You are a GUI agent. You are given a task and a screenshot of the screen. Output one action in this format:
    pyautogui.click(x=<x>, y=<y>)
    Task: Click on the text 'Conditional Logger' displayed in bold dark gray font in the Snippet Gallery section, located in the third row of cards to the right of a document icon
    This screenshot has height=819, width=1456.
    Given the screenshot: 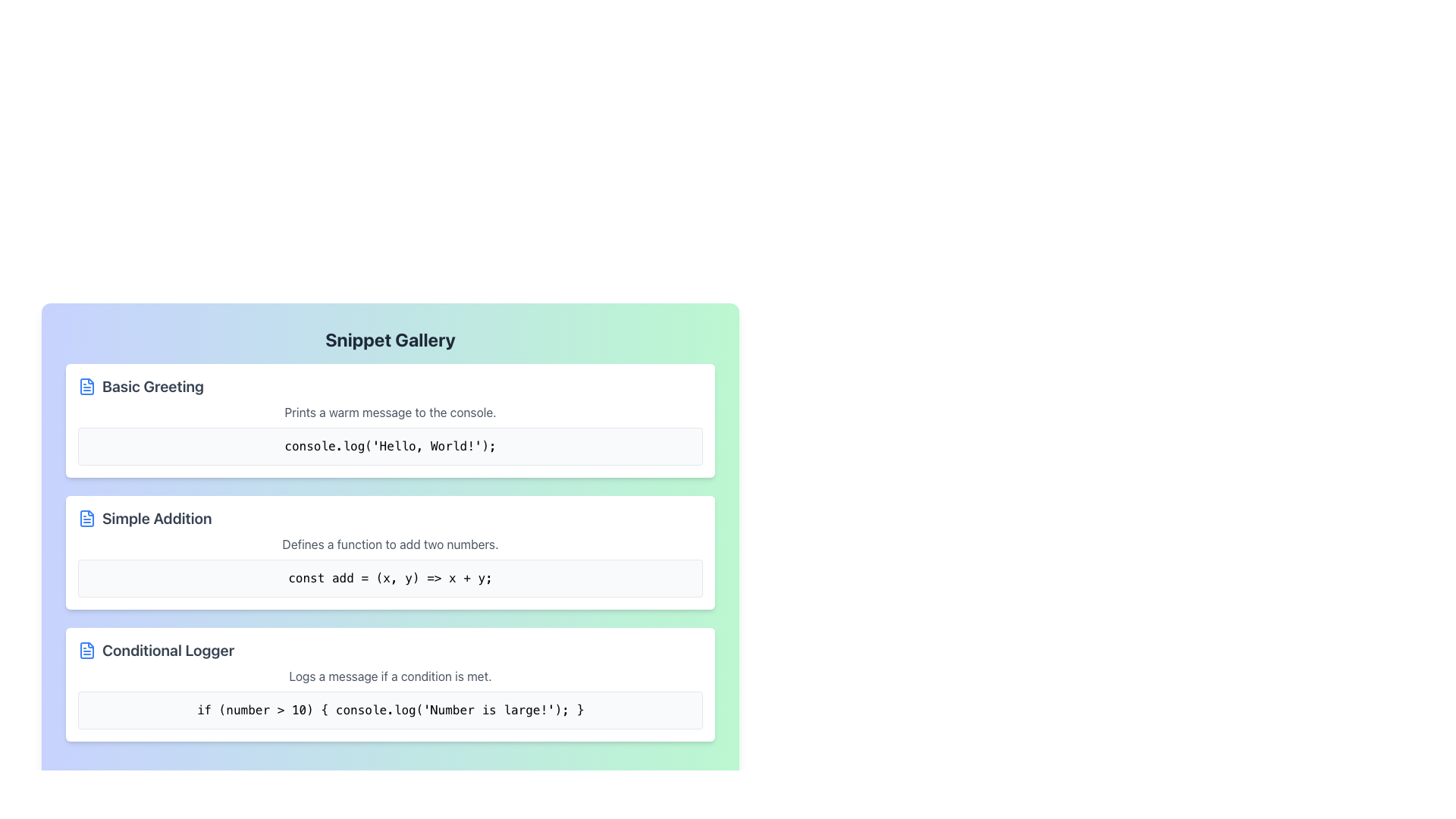 What is the action you would take?
    pyautogui.click(x=168, y=649)
    